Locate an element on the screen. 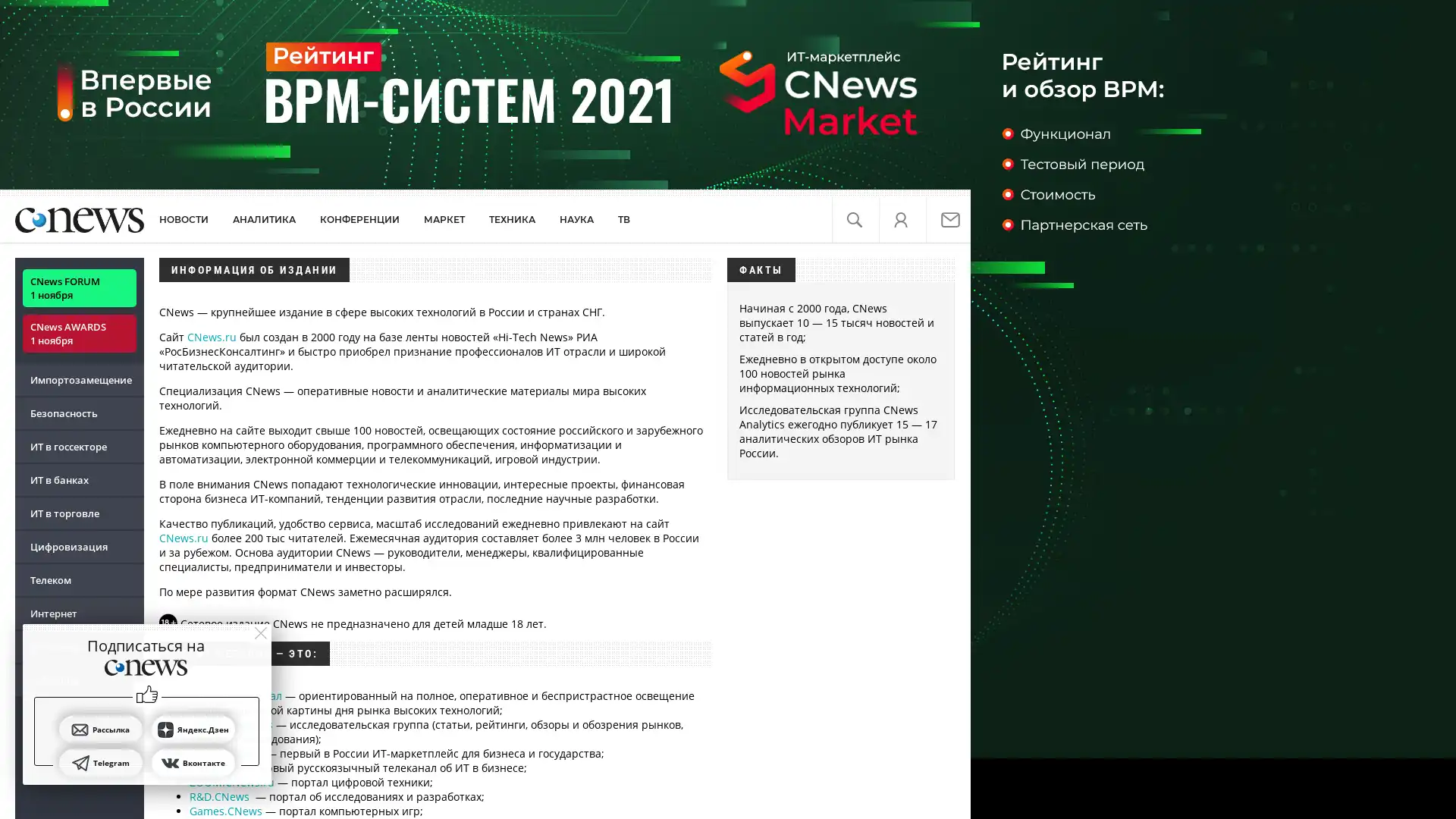 This screenshot has width=1456, height=819. close is located at coordinates (261, 634).